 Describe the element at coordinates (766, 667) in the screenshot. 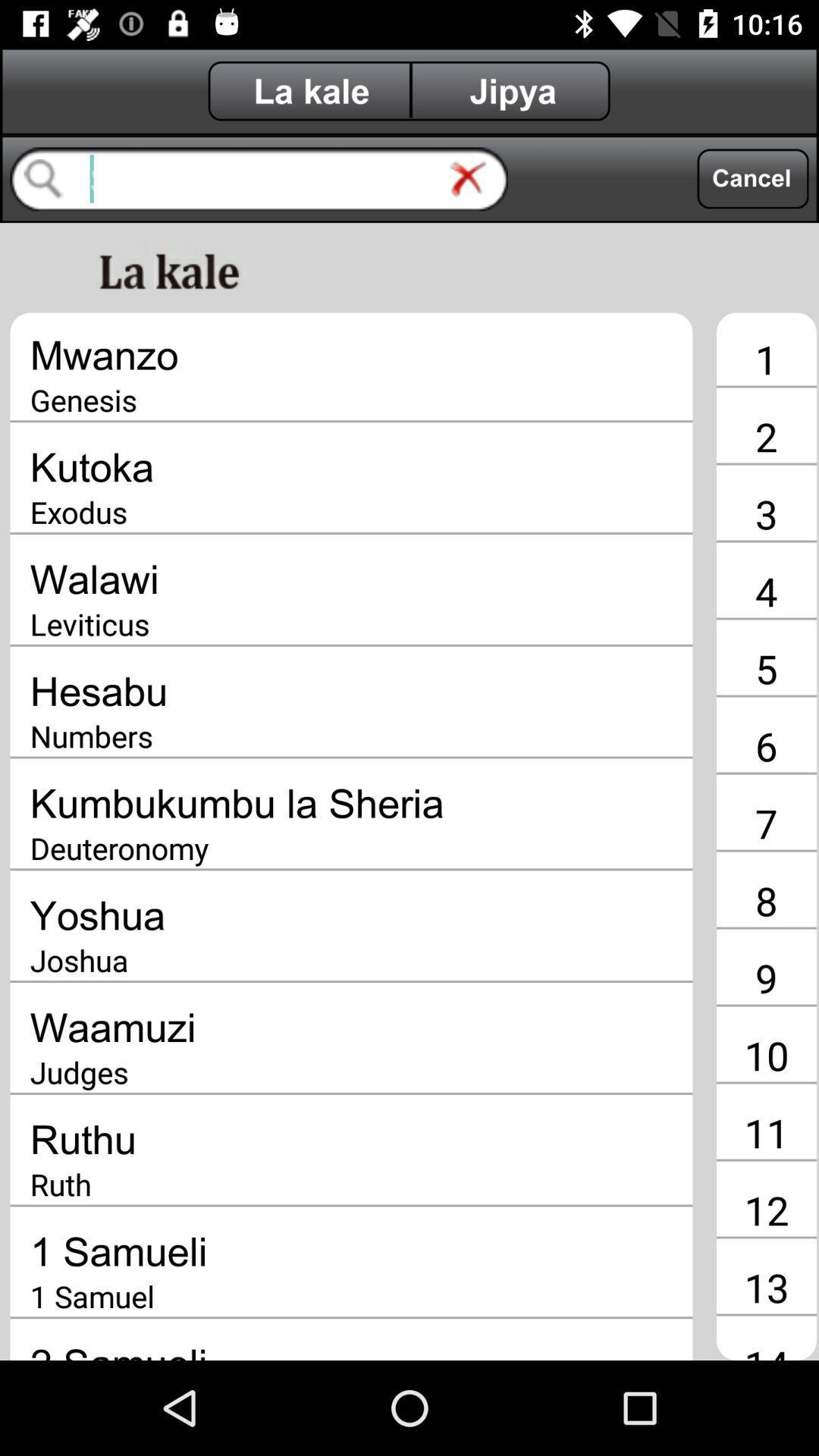

I see `5 icon` at that location.